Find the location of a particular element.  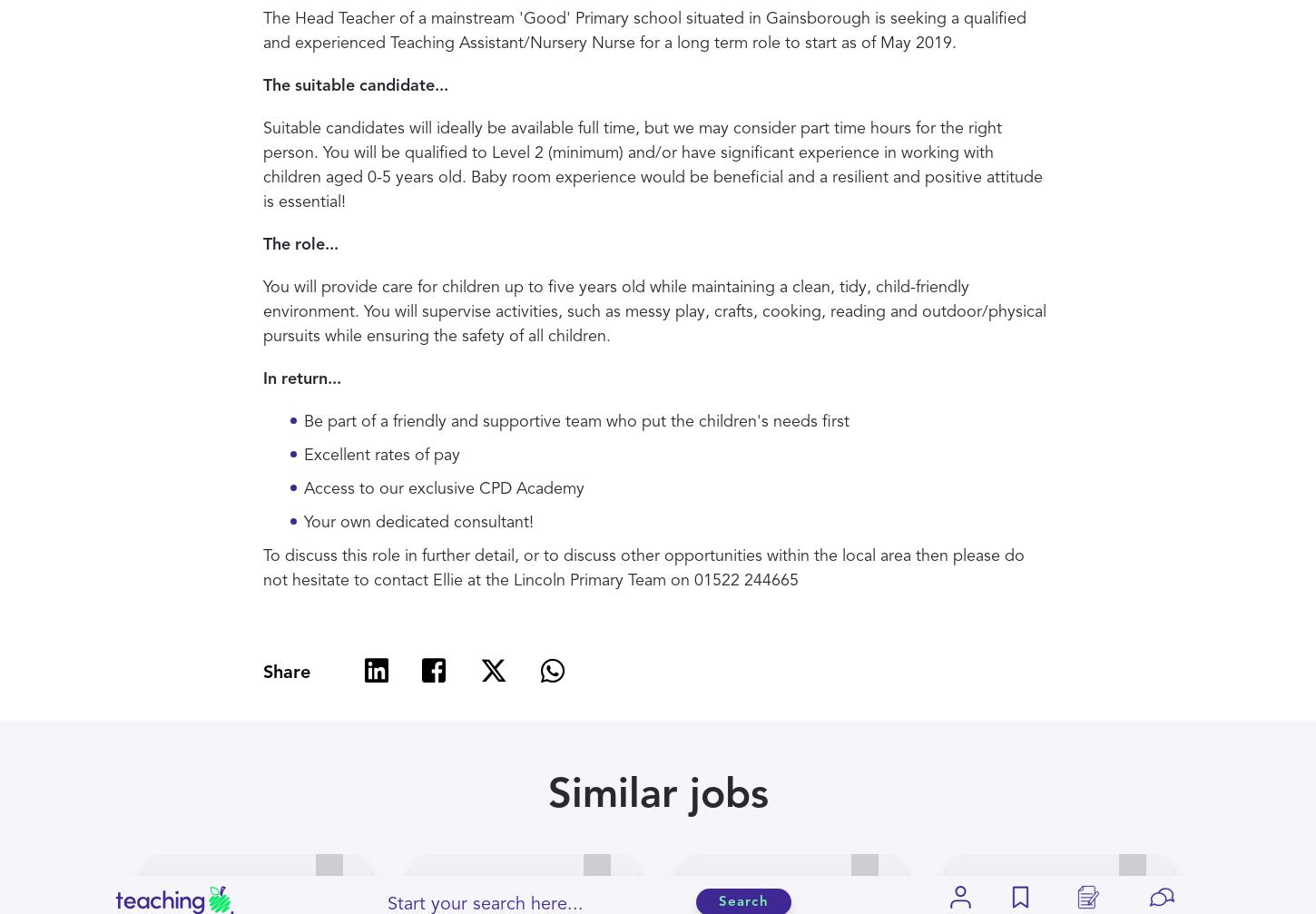

'Client Privacy Notice' is located at coordinates (738, 572).